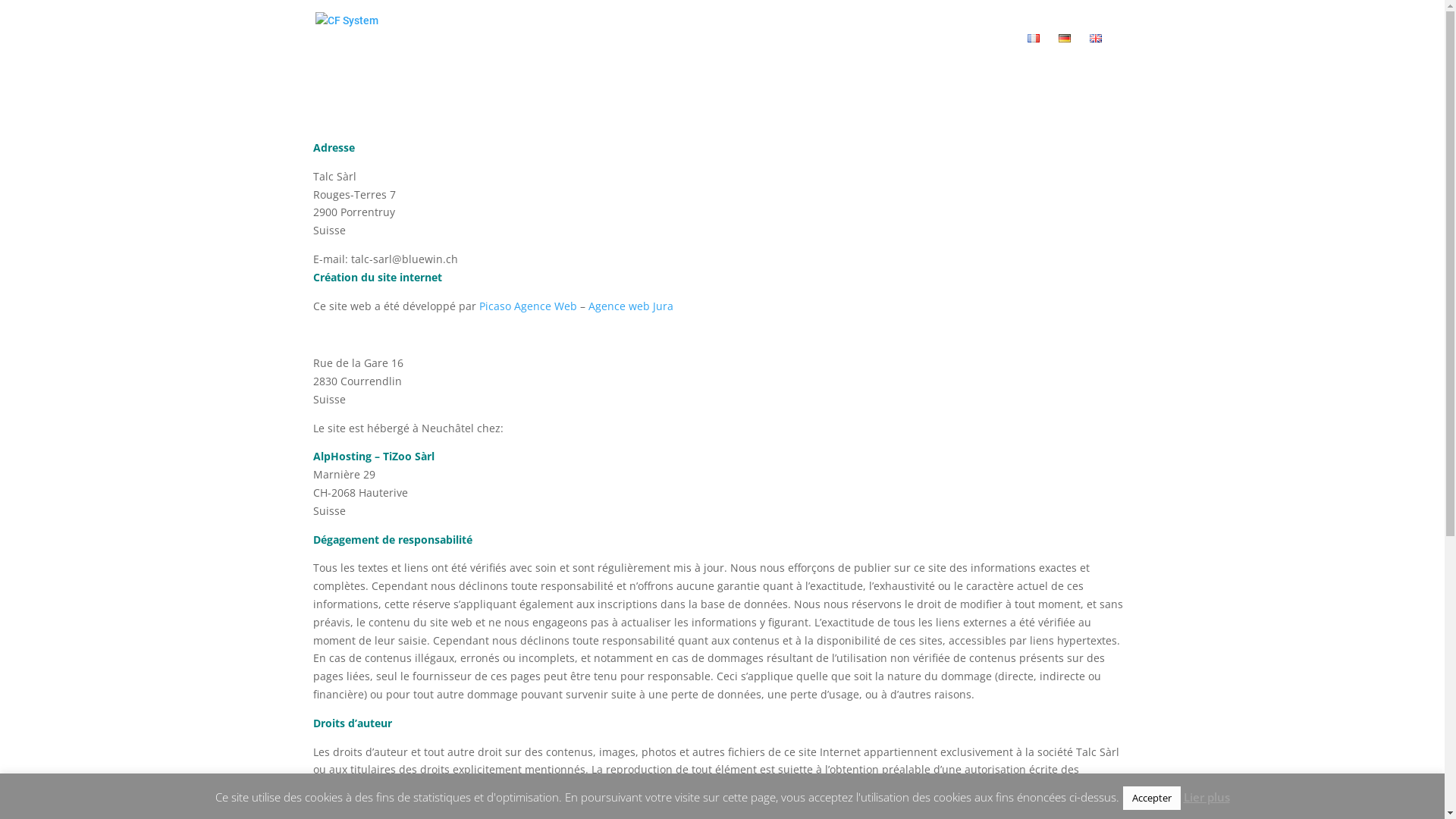 This screenshot has height=819, width=1456. What do you see at coordinates (630, 306) in the screenshot?
I see `'Agence web Jura'` at bounding box center [630, 306].